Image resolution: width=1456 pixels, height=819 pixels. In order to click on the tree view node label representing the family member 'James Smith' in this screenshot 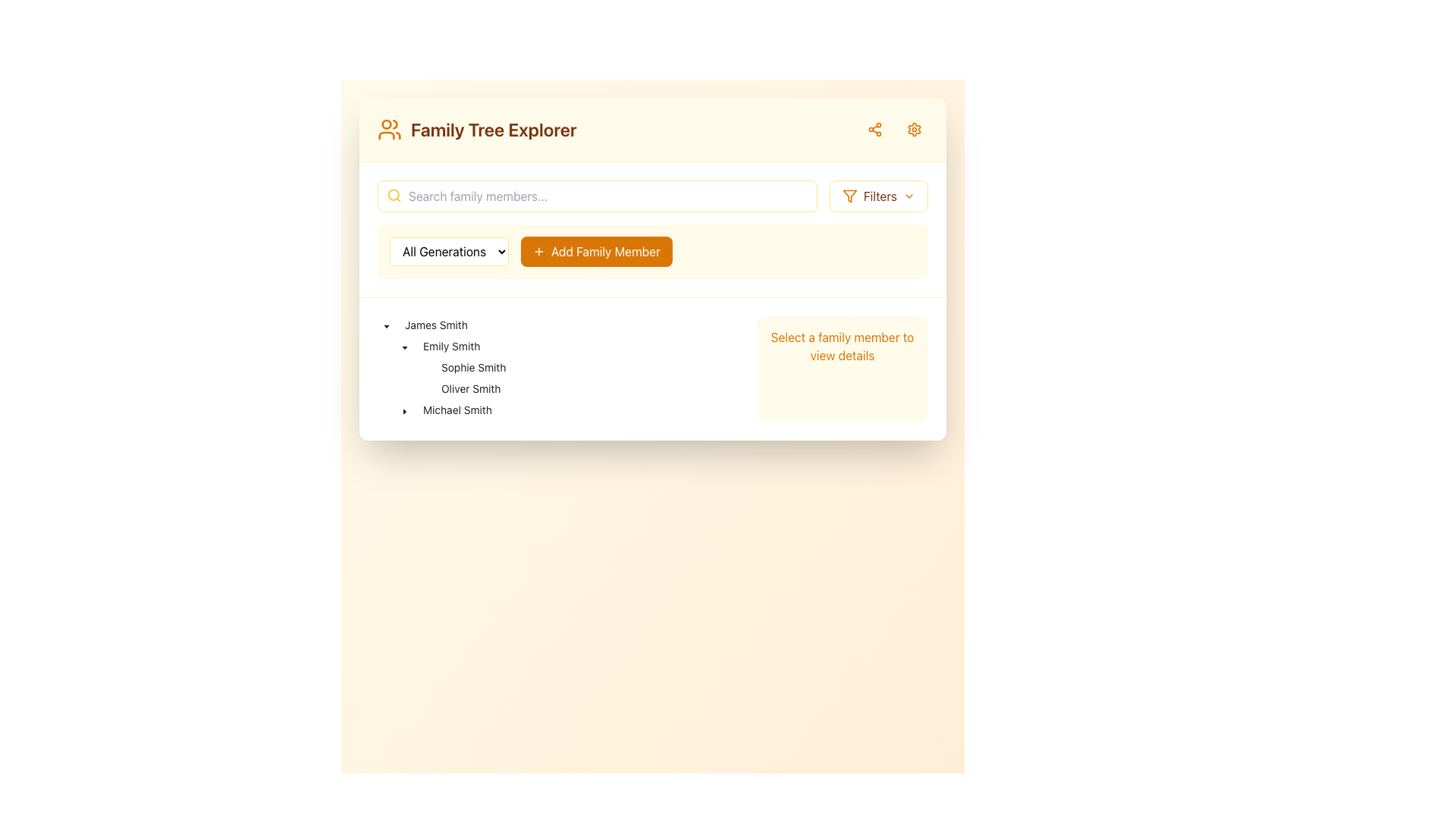, I will do `click(435, 324)`.